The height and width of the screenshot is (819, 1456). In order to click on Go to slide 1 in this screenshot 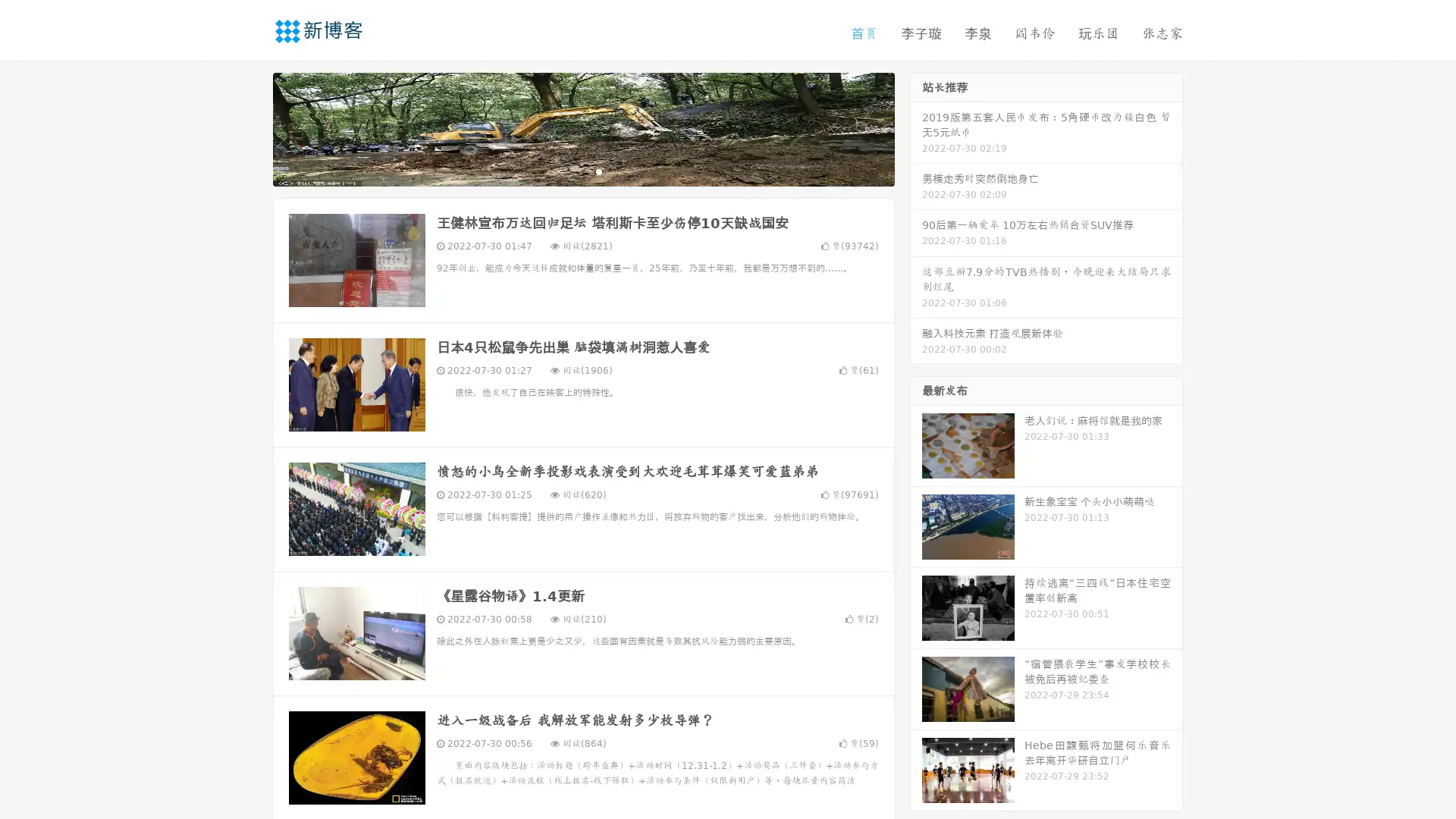, I will do `click(567, 171)`.